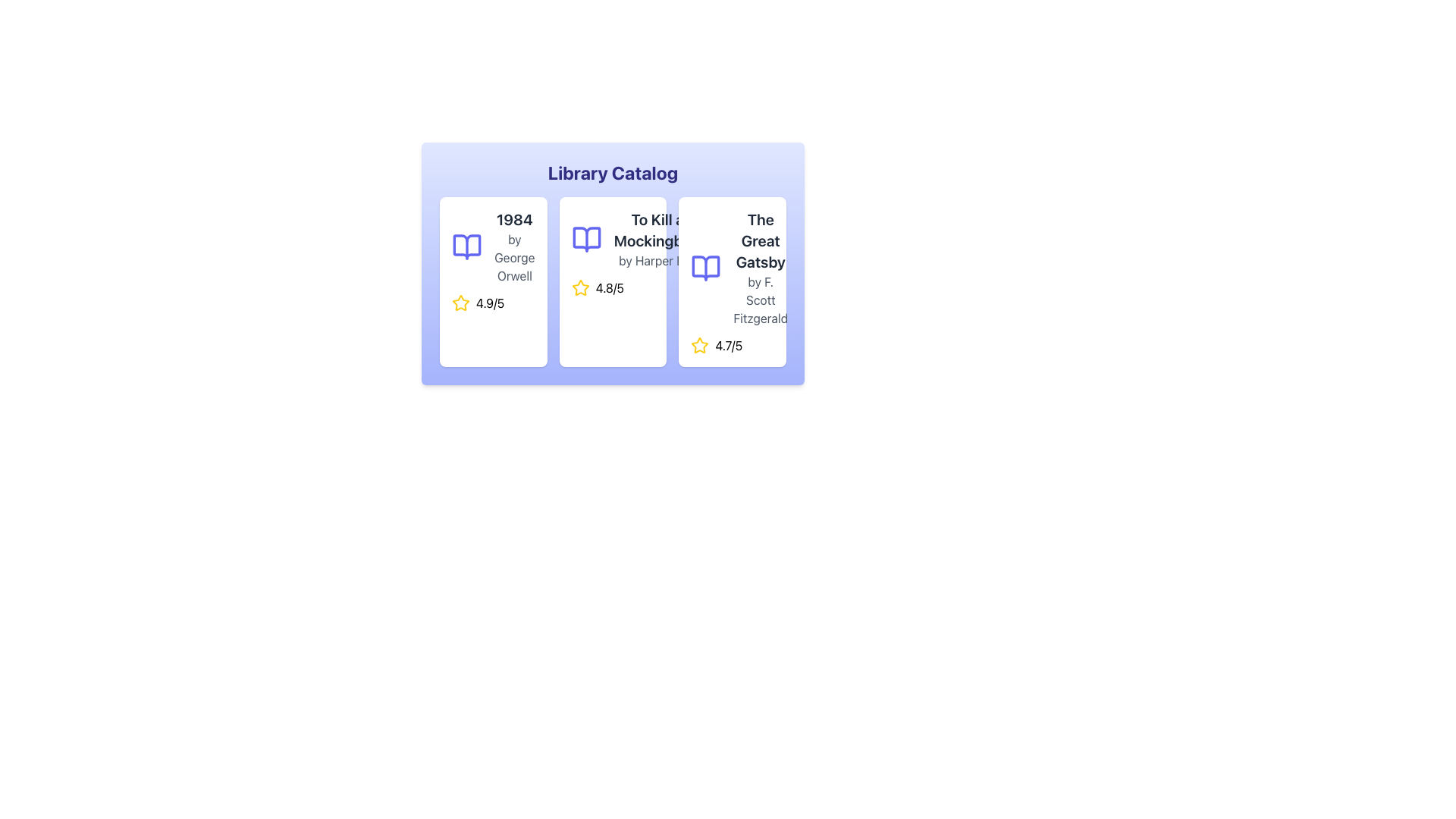 The width and height of the screenshot is (1456, 819). I want to click on the star icon representing the rating for 'To Kill a Mockingbird by Harper Lee' in the Library Catalog section, so click(579, 287).